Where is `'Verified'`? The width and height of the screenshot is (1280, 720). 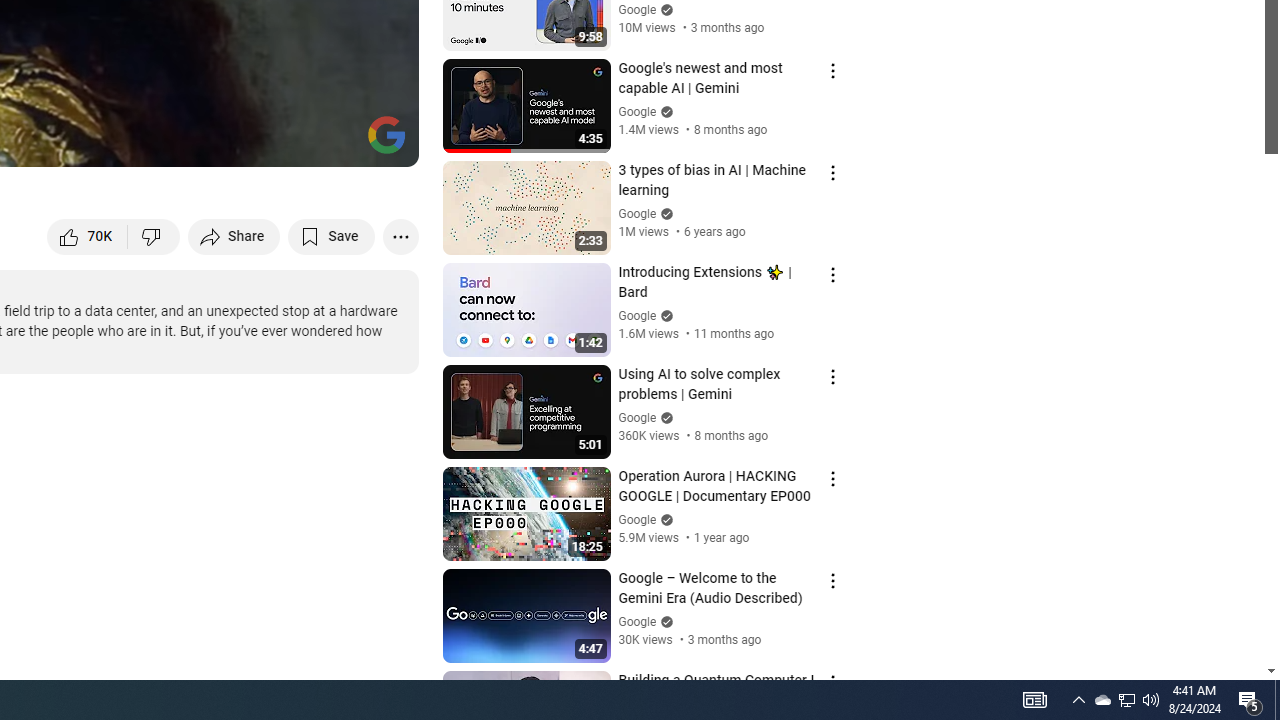 'Verified' is located at coordinates (664, 620).